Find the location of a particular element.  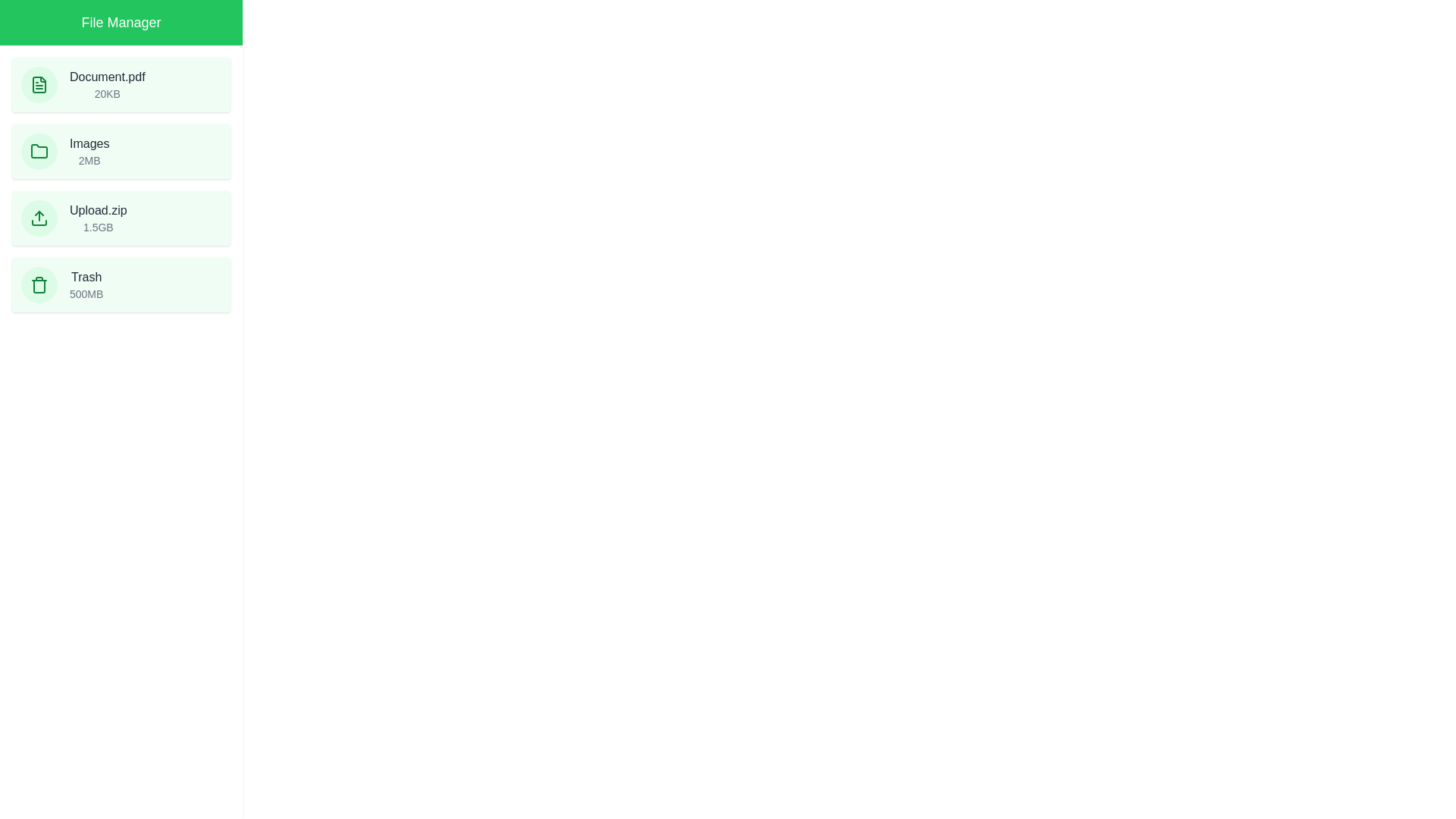

the file or folder item identified by its name Images is located at coordinates (120, 152).